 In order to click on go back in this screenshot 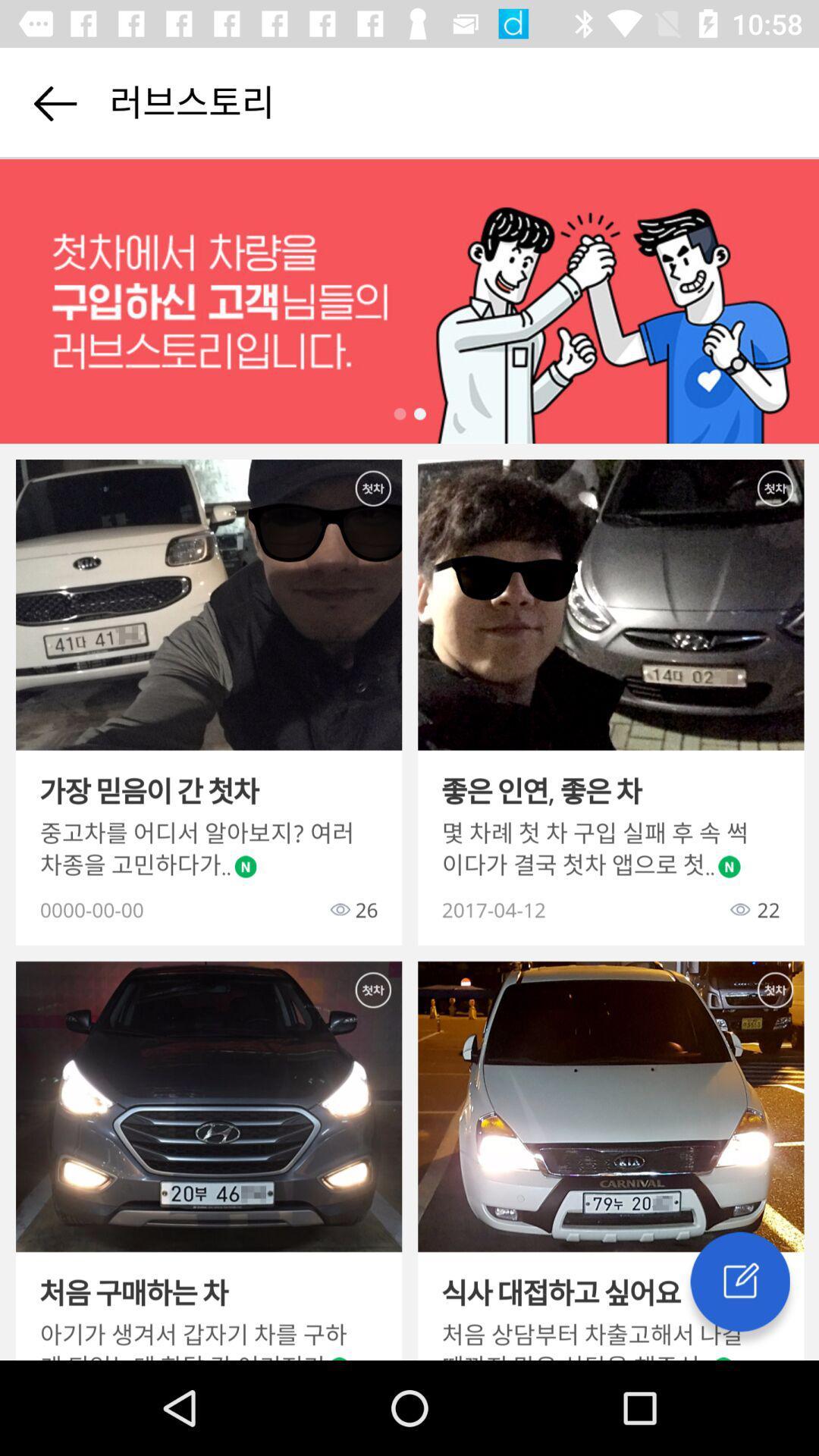, I will do `click(54, 102)`.